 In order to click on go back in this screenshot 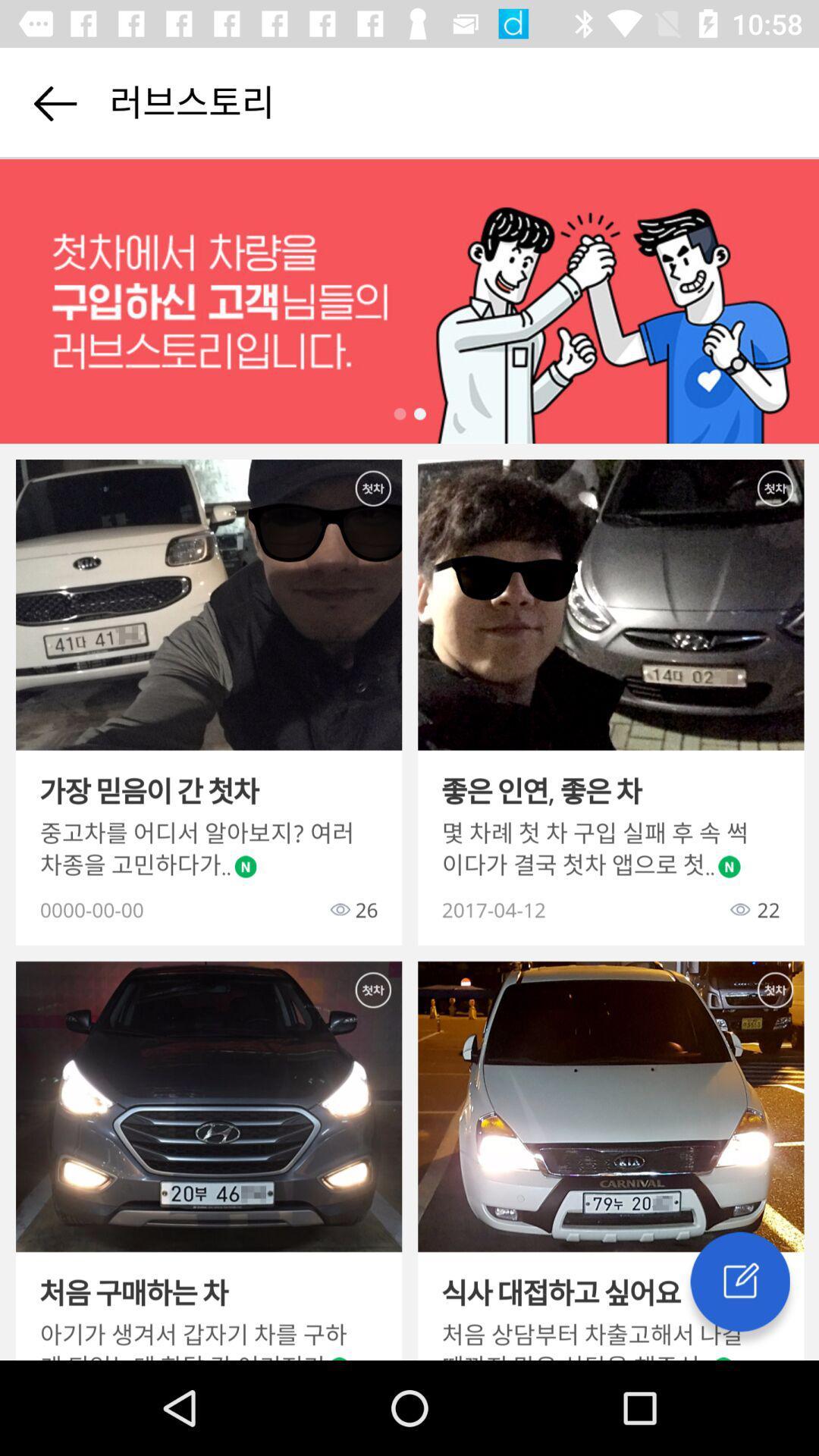, I will do `click(54, 102)`.